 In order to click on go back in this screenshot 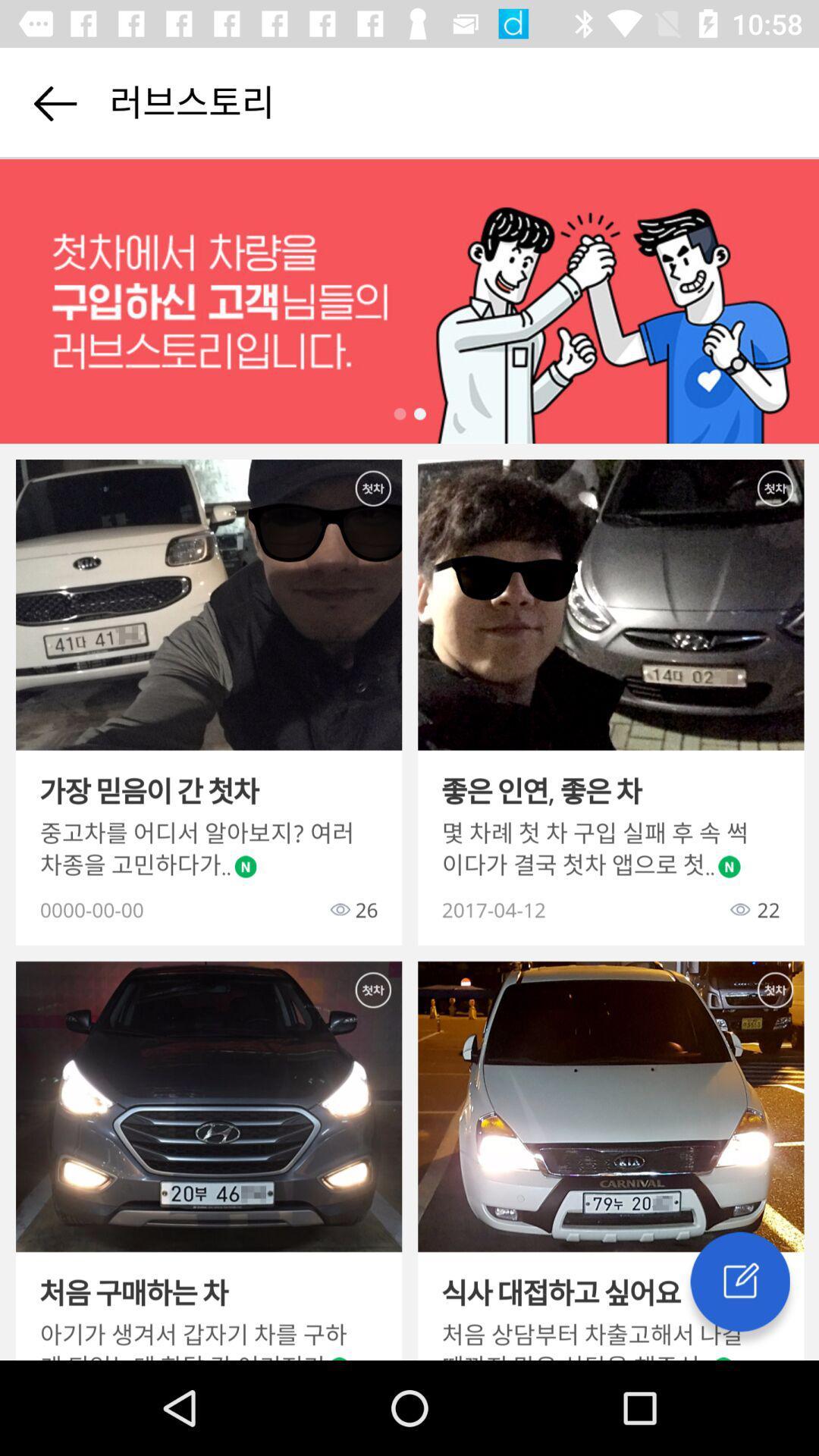, I will do `click(54, 102)`.